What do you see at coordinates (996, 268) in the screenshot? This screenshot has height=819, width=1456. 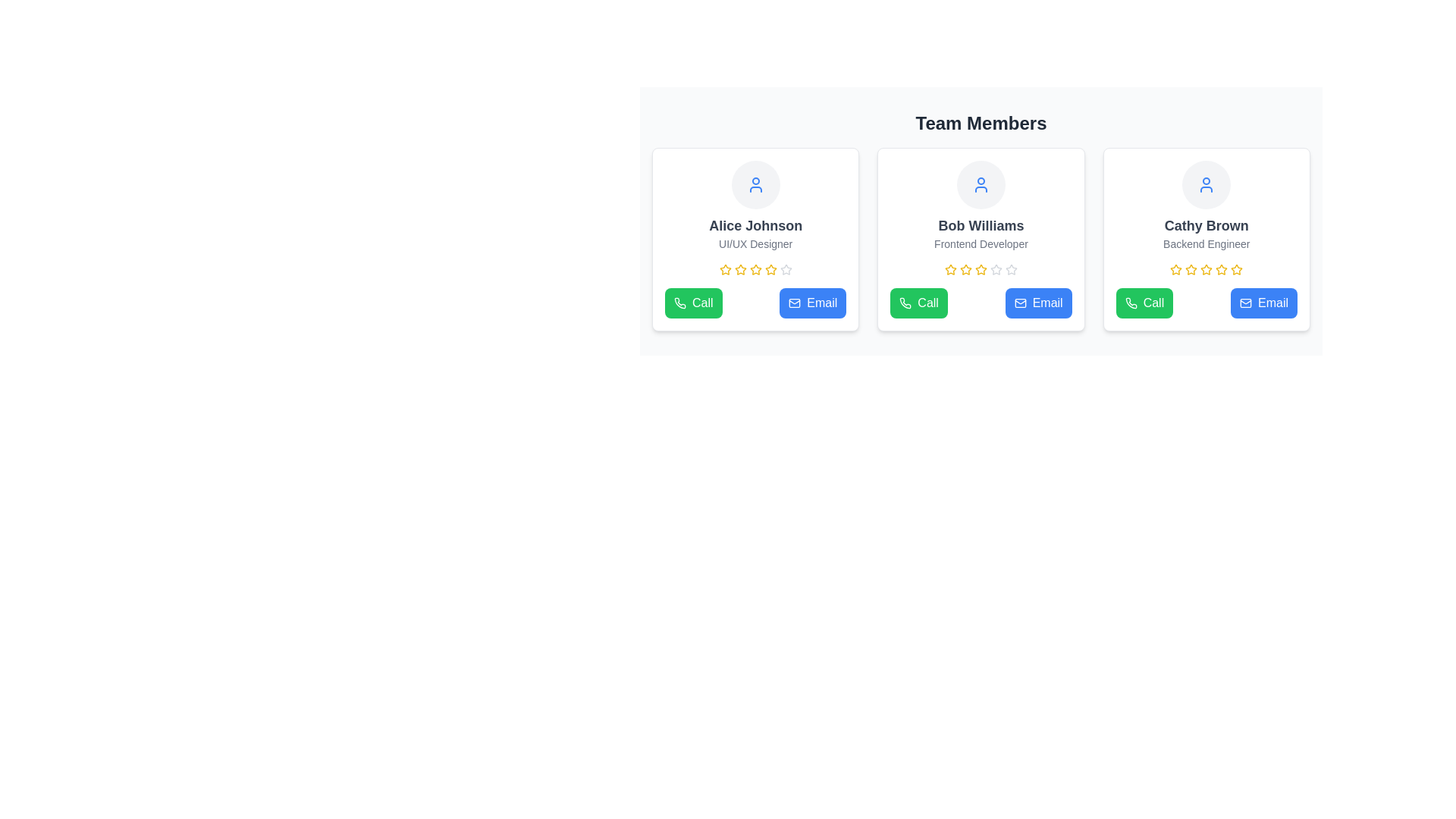 I see `the fifth star icon representing no active rating for the 'Bob Williams' profile in the 'Team Members' section` at bounding box center [996, 268].